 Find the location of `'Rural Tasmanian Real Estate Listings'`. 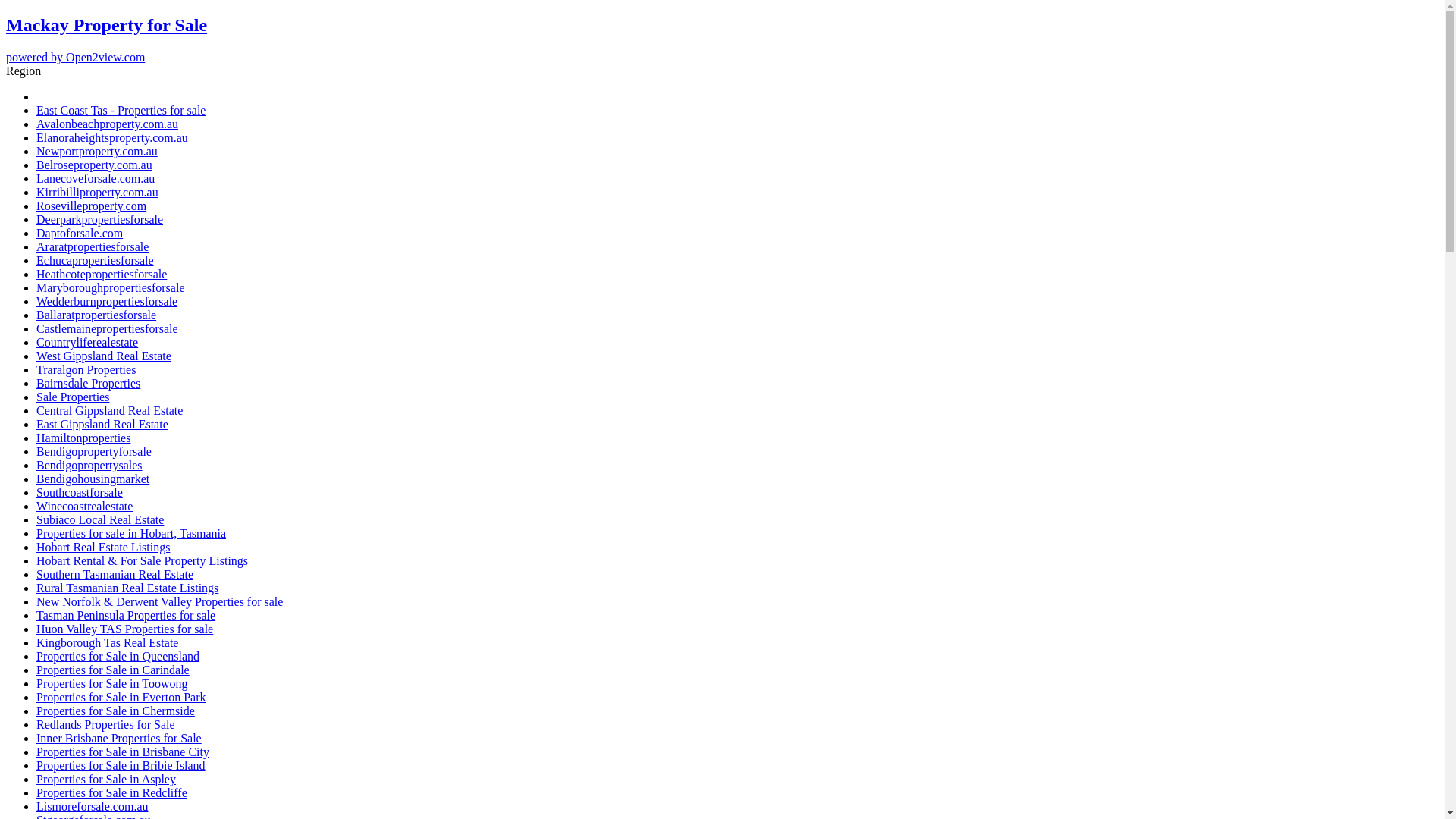

'Rural Tasmanian Real Estate Listings' is located at coordinates (36, 587).